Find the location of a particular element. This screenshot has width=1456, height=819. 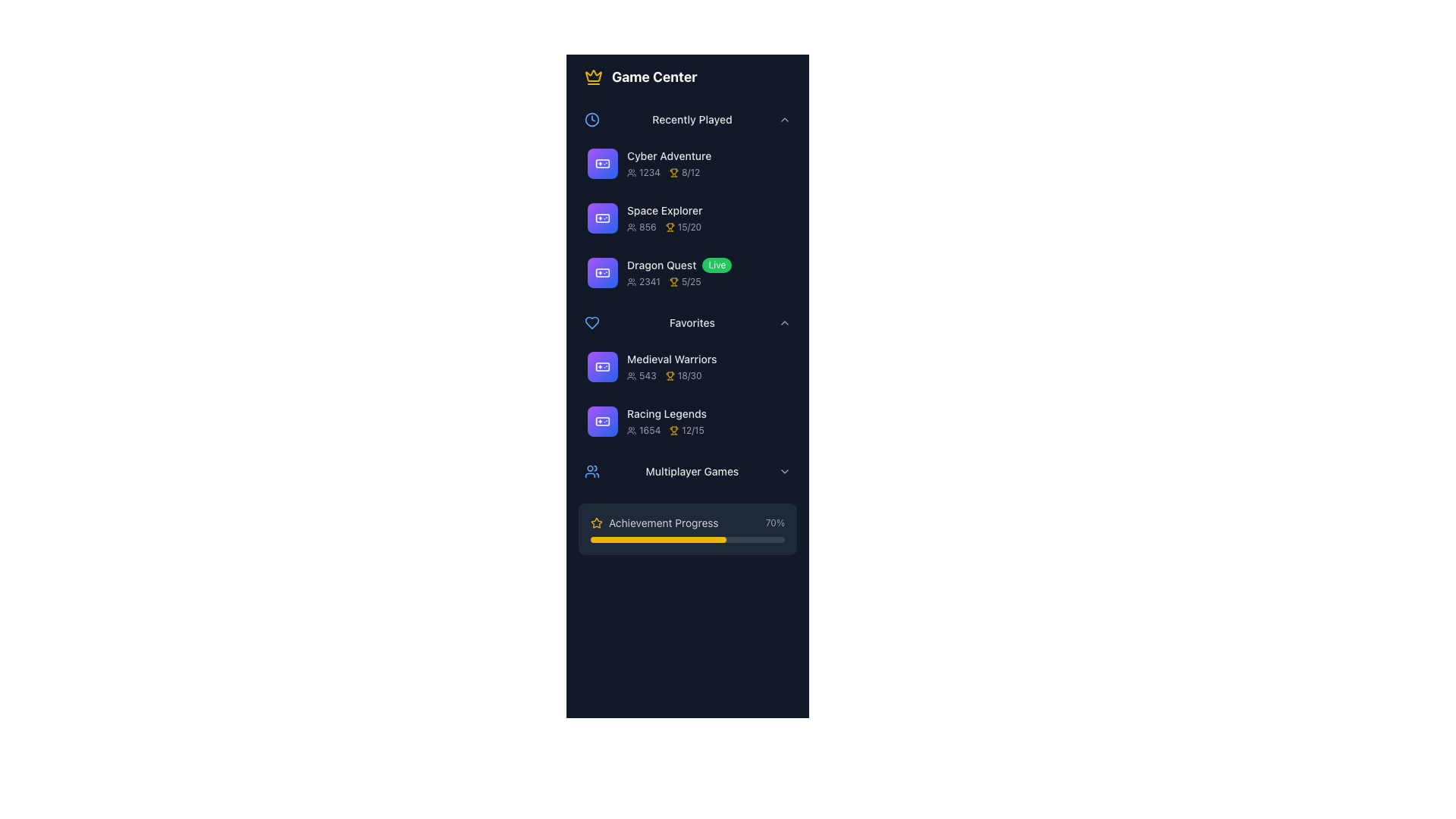

the composite UI element displaying game-specific details about users and completion progress located in the 'Racing Legends' section is located at coordinates (706, 430).